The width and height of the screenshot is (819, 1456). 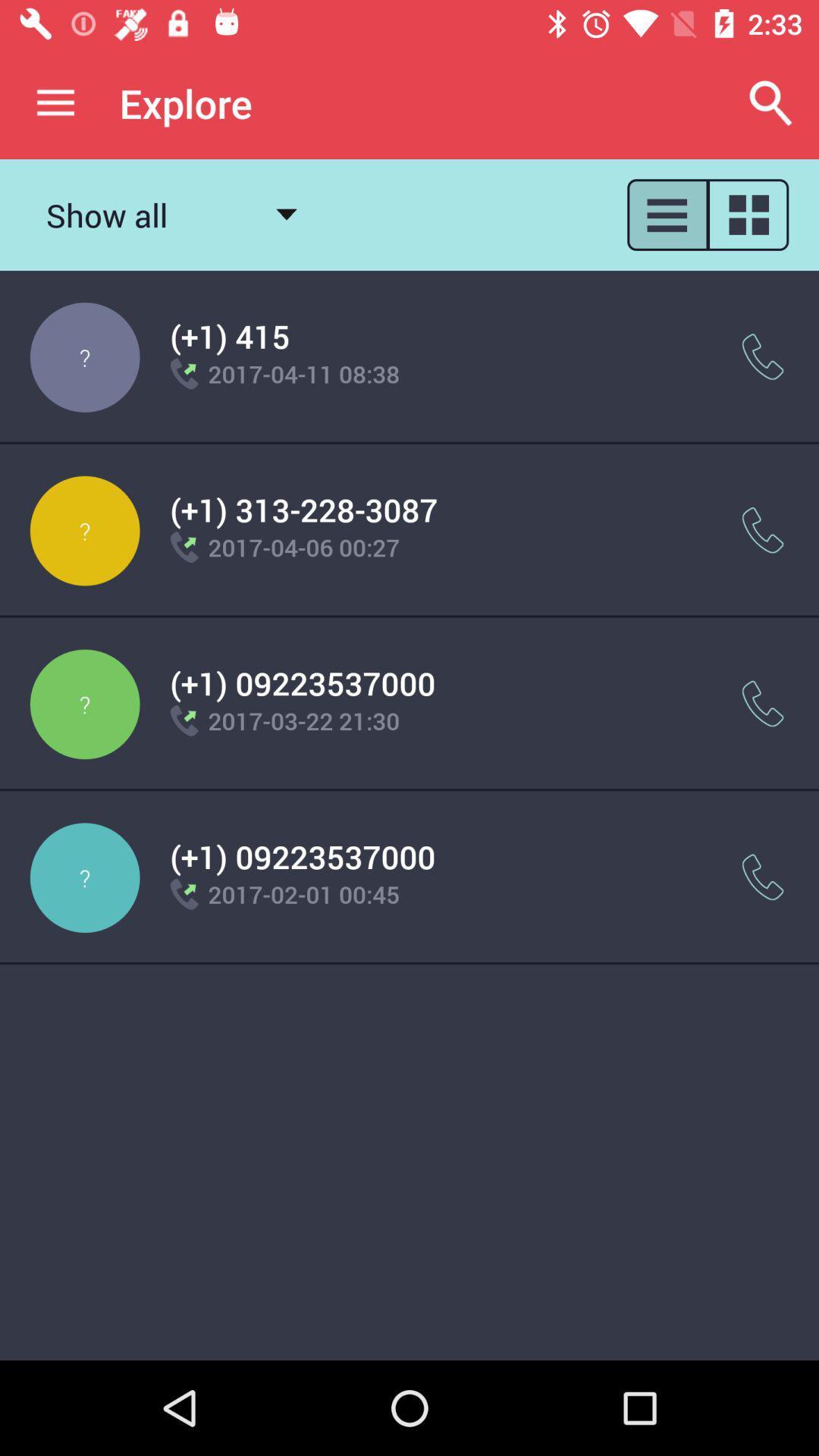 What do you see at coordinates (763, 703) in the screenshot?
I see `item to the right of the (+1) 09223537000 icon` at bounding box center [763, 703].